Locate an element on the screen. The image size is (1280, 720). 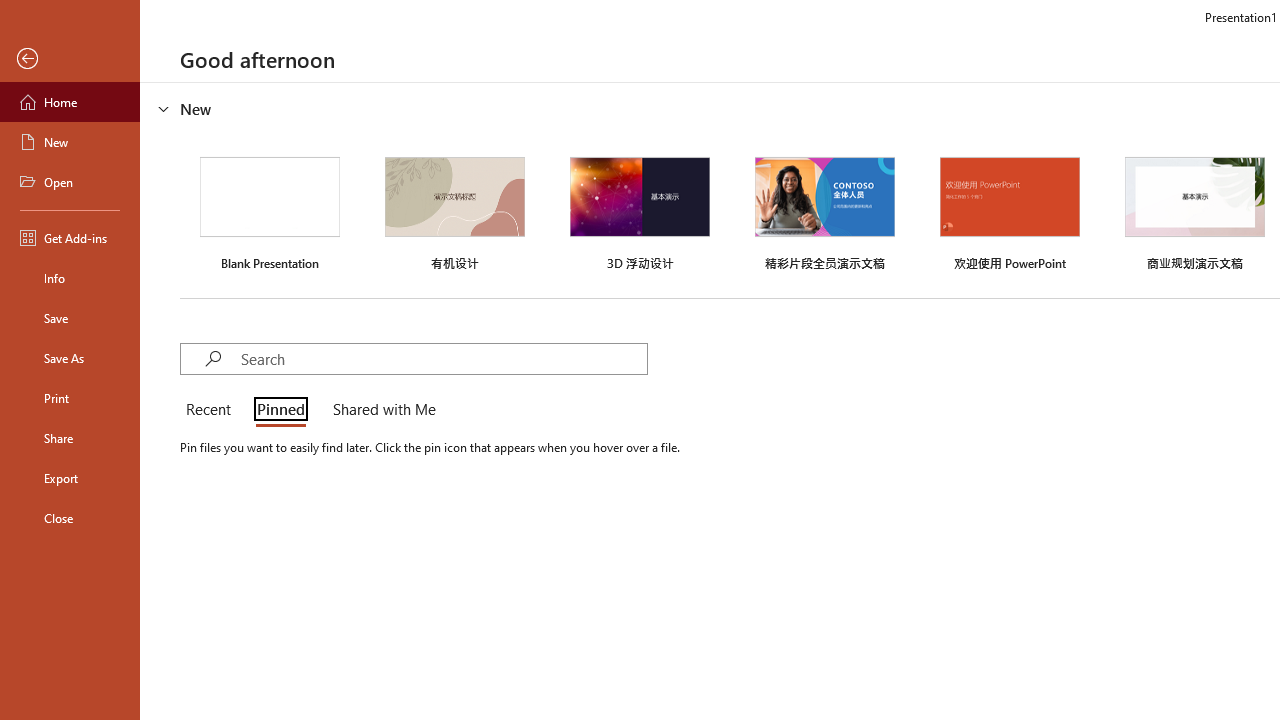
'Recent' is located at coordinates (212, 410).